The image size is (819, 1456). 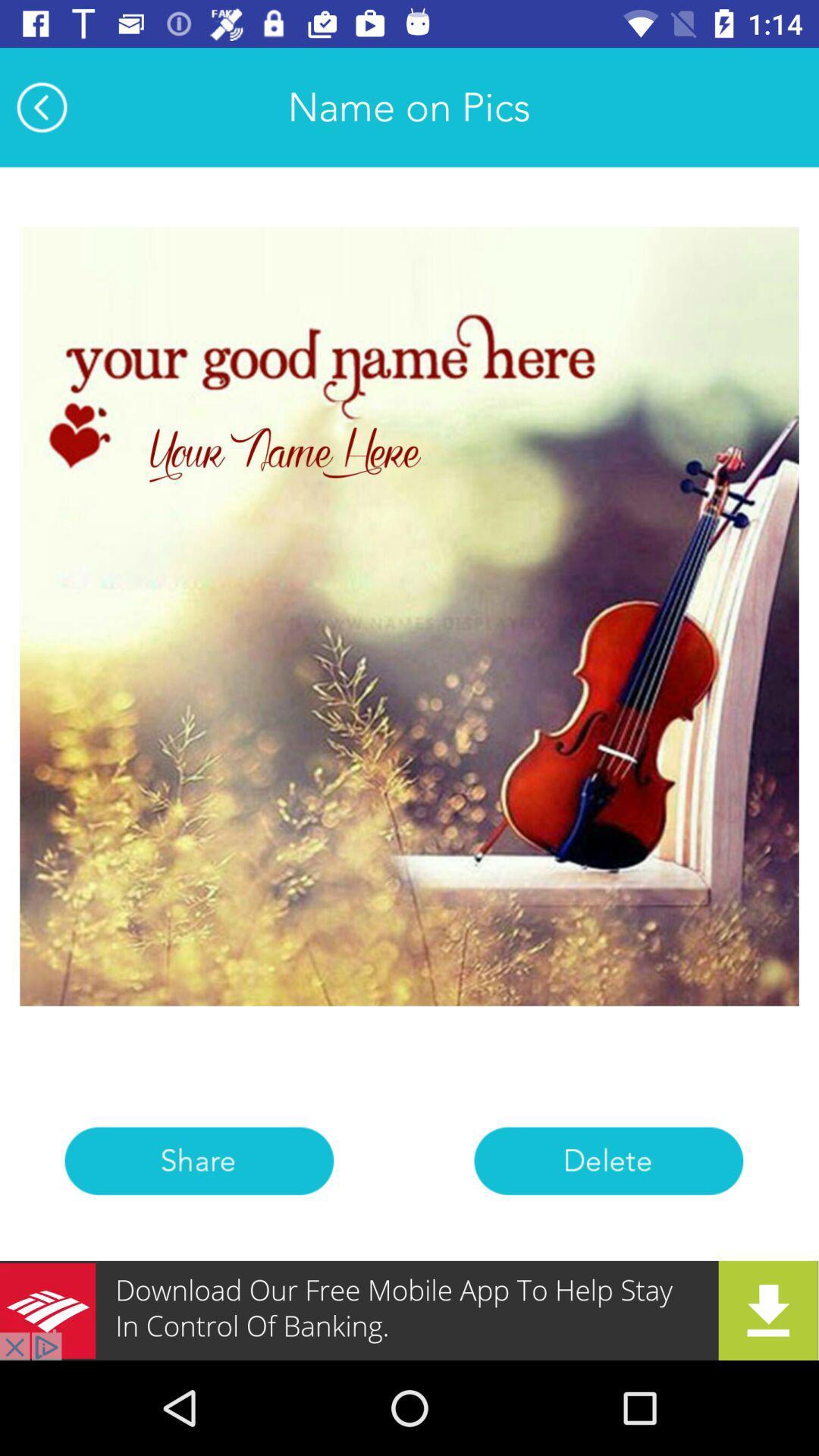 I want to click on go back, so click(x=41, y=106).